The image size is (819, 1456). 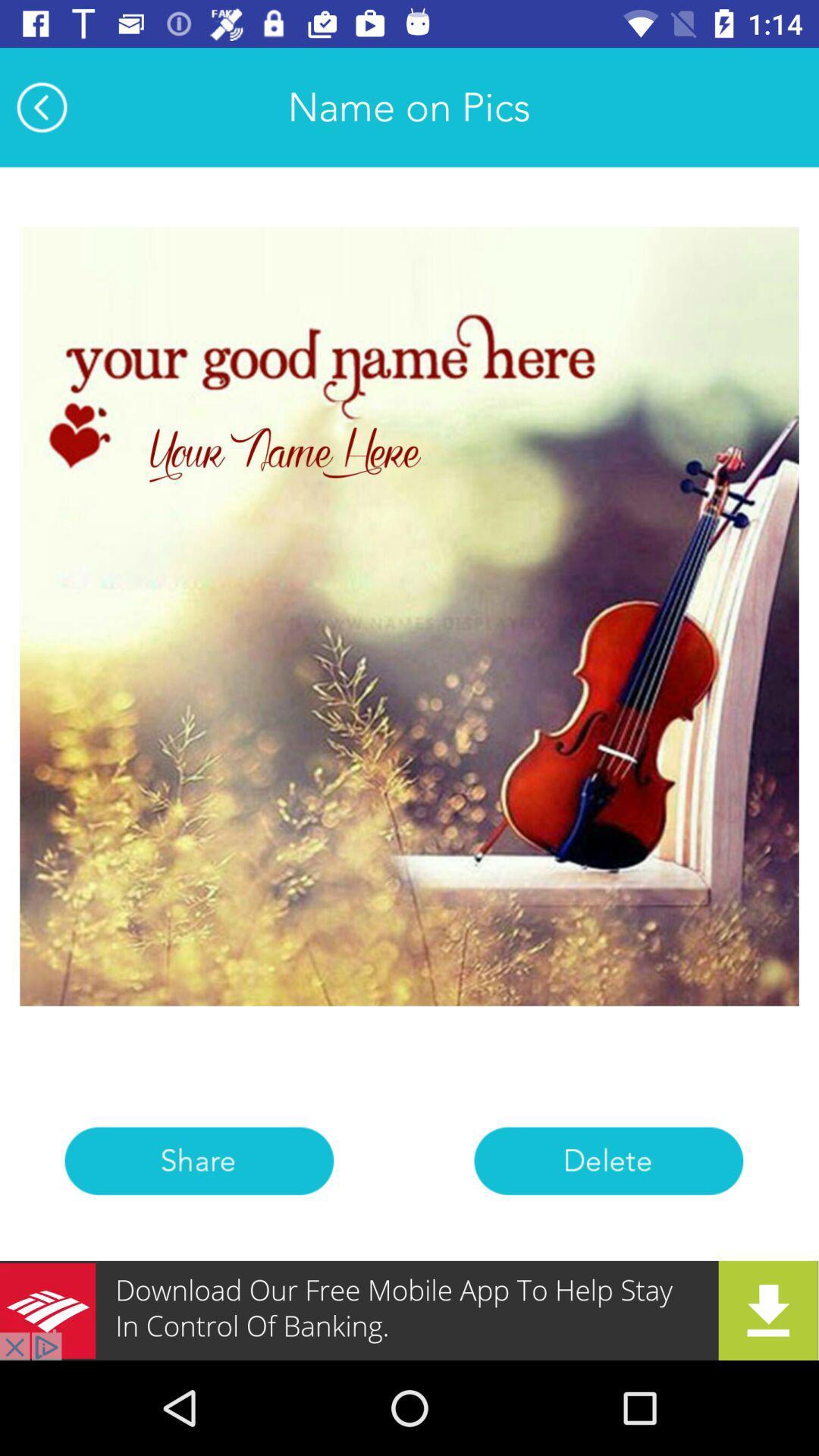 I want to click on go back, so click(x=41, y=106).